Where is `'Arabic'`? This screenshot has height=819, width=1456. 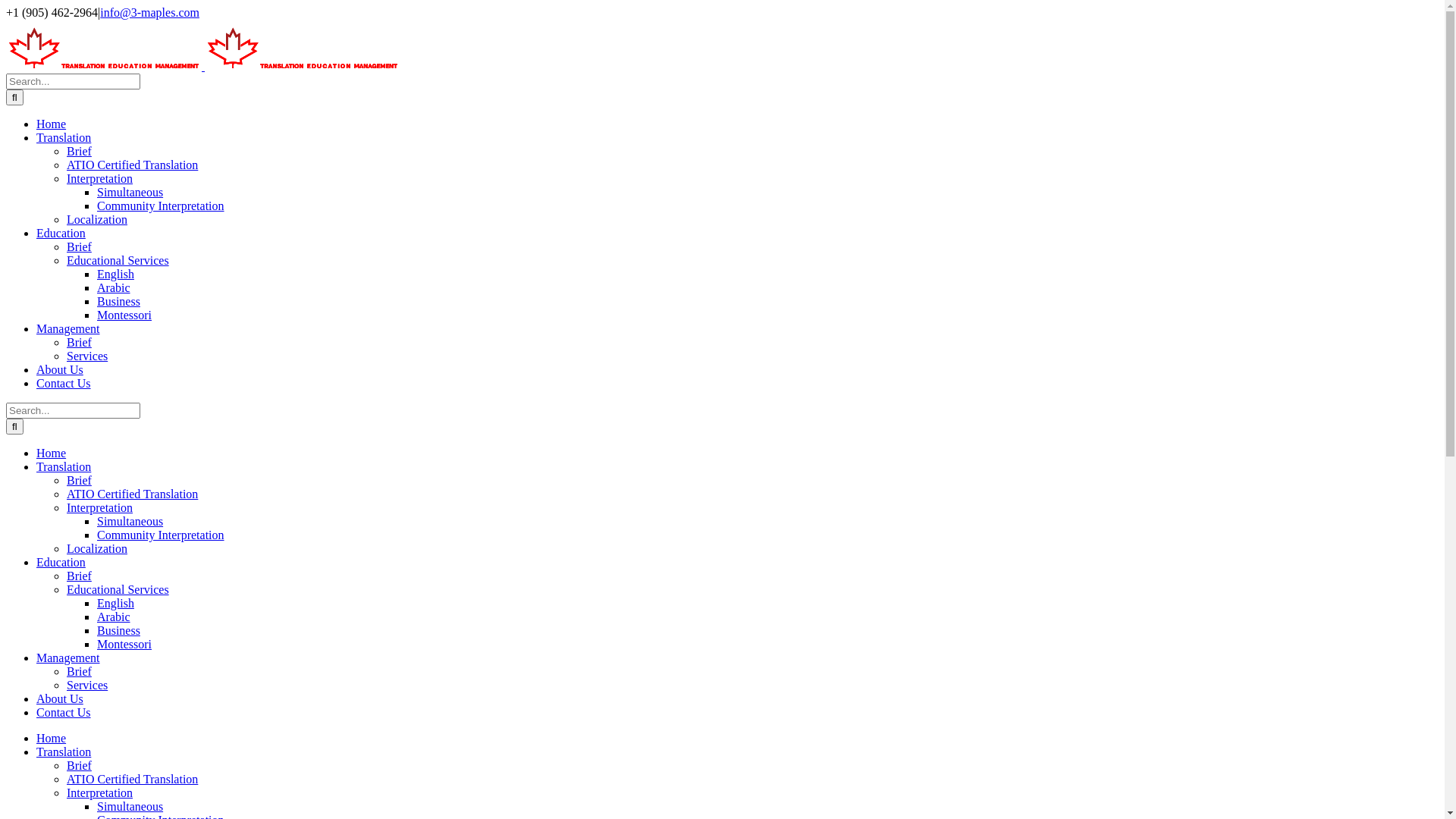
'Arabic' is located at coordinates (112, 617).